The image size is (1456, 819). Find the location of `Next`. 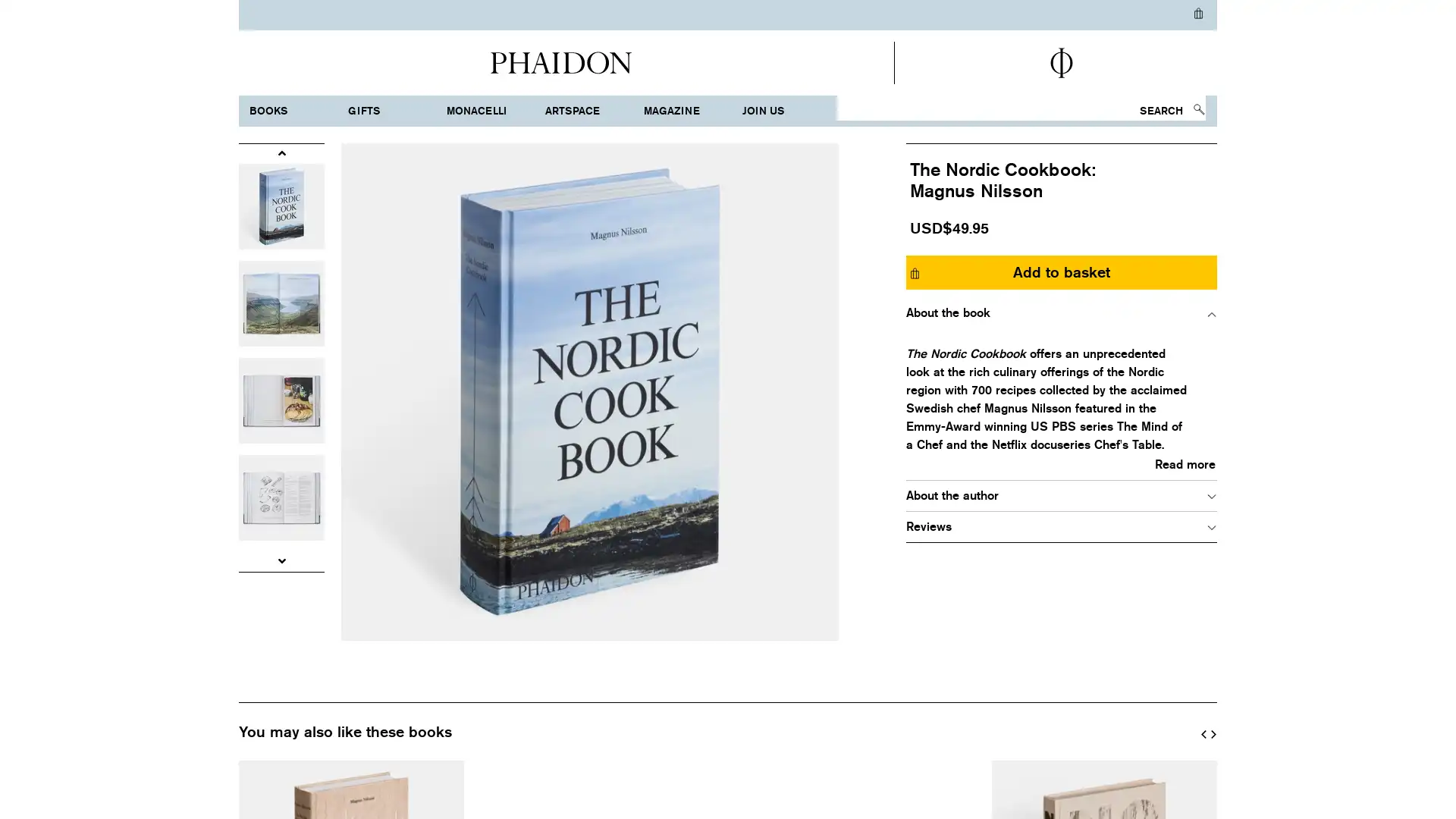

Next is located at coordinates (281, 561).